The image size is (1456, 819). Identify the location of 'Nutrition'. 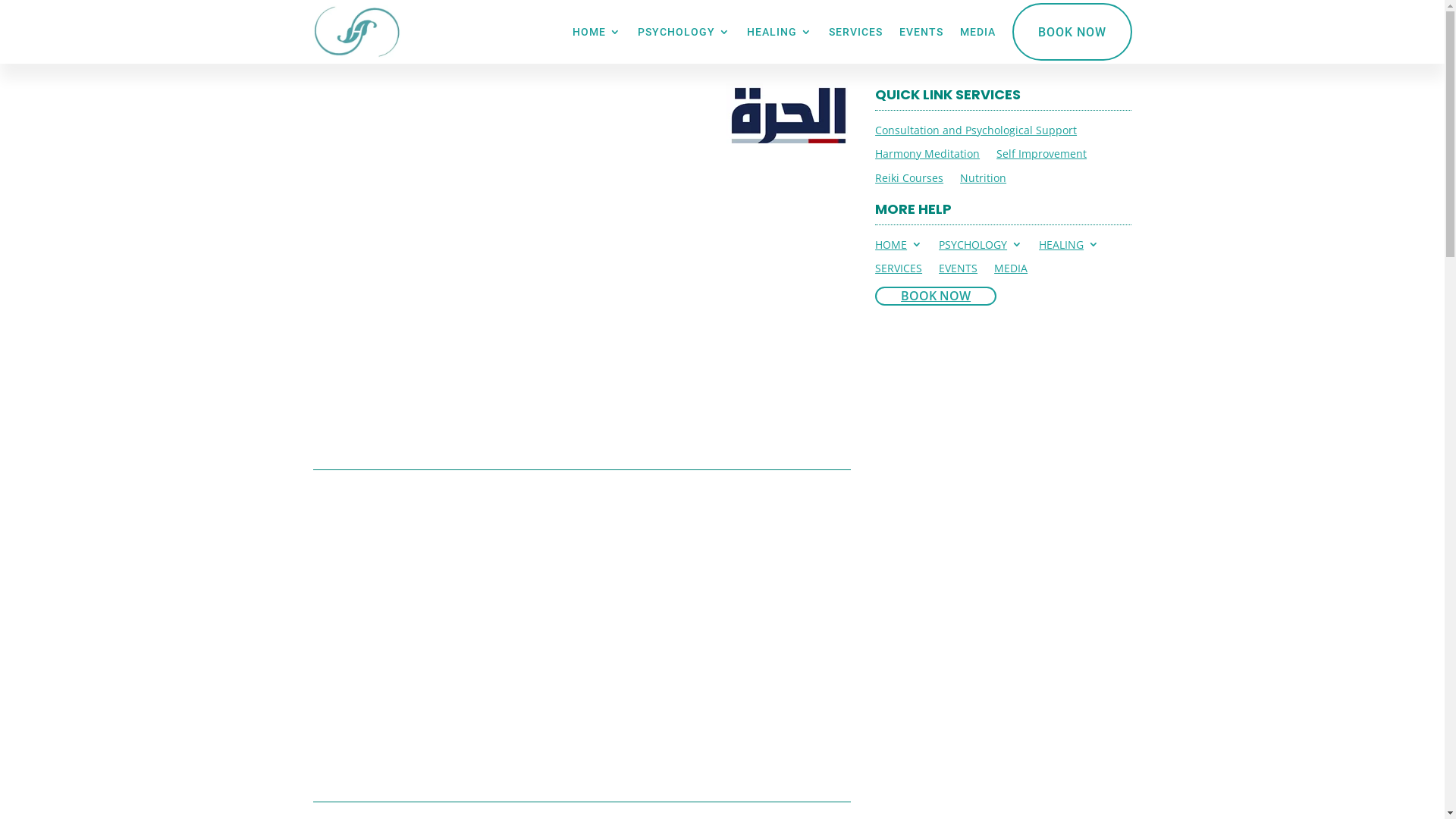
(983, 180).